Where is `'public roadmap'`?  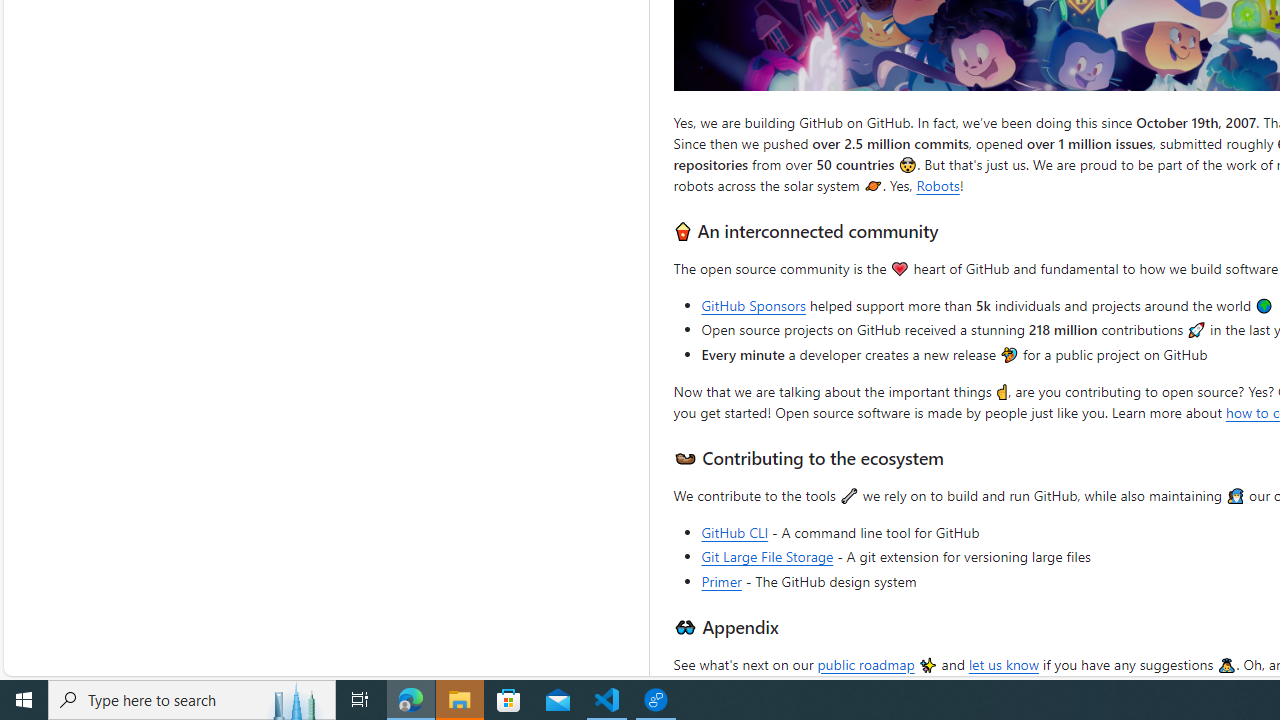 'public roadmap' is located at coordinates (865, 663).